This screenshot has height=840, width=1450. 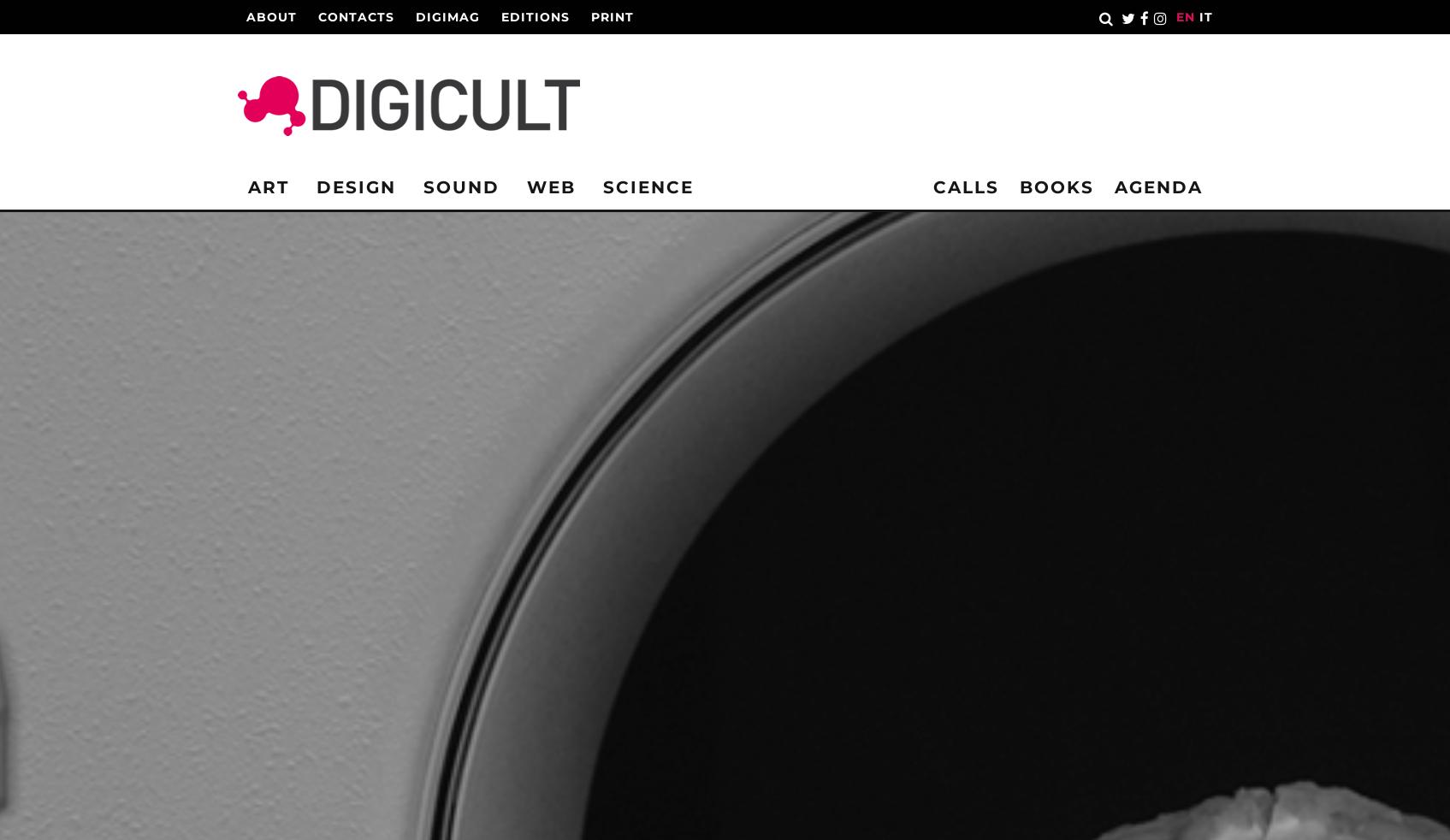 I want to click on 'Contacts', so click(x=355, y=16).